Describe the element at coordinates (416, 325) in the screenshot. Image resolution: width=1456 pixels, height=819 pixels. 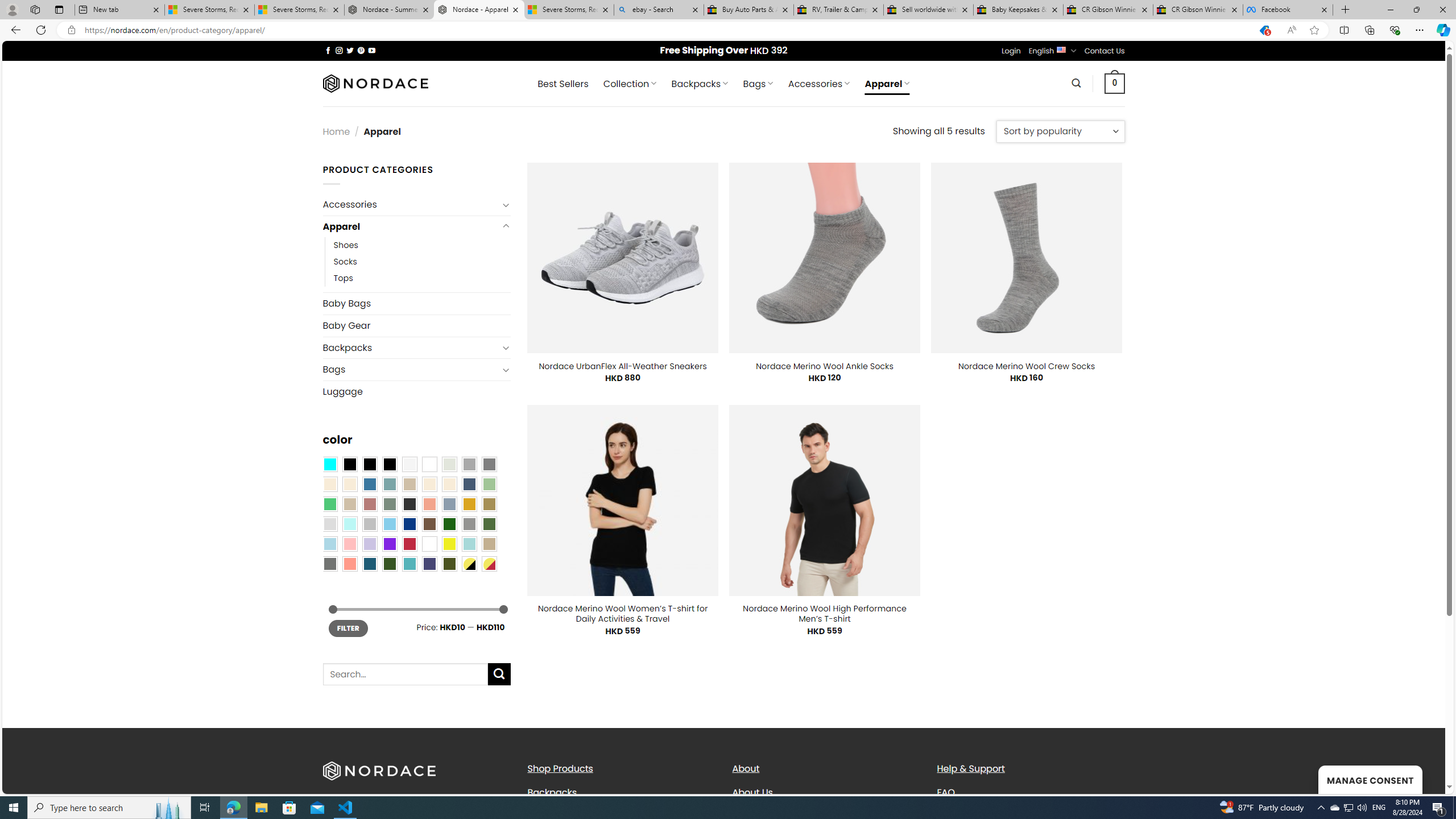
I see `'Baby Gear'` at that location.